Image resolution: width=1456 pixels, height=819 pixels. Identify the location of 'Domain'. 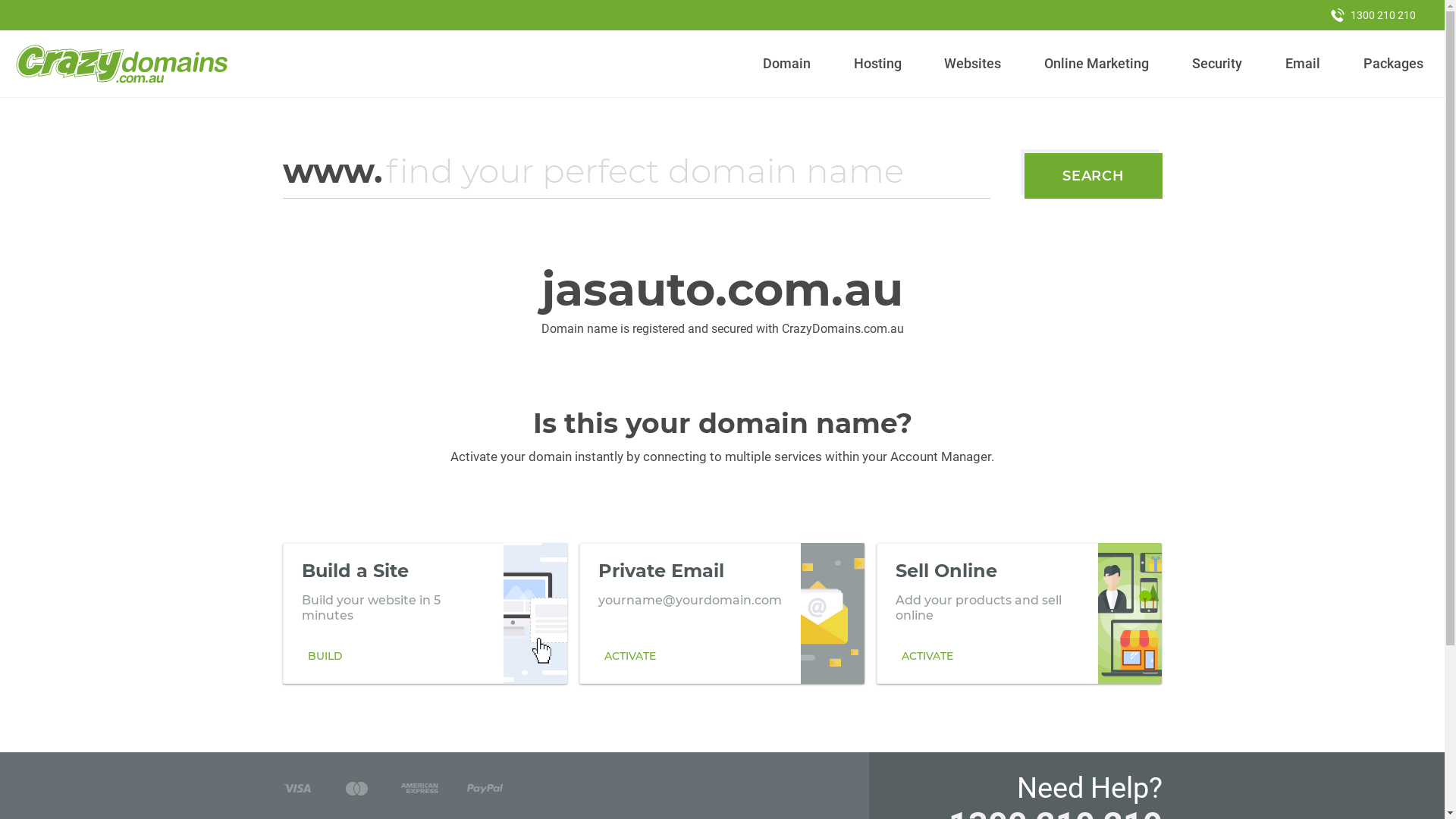
(786, 63).